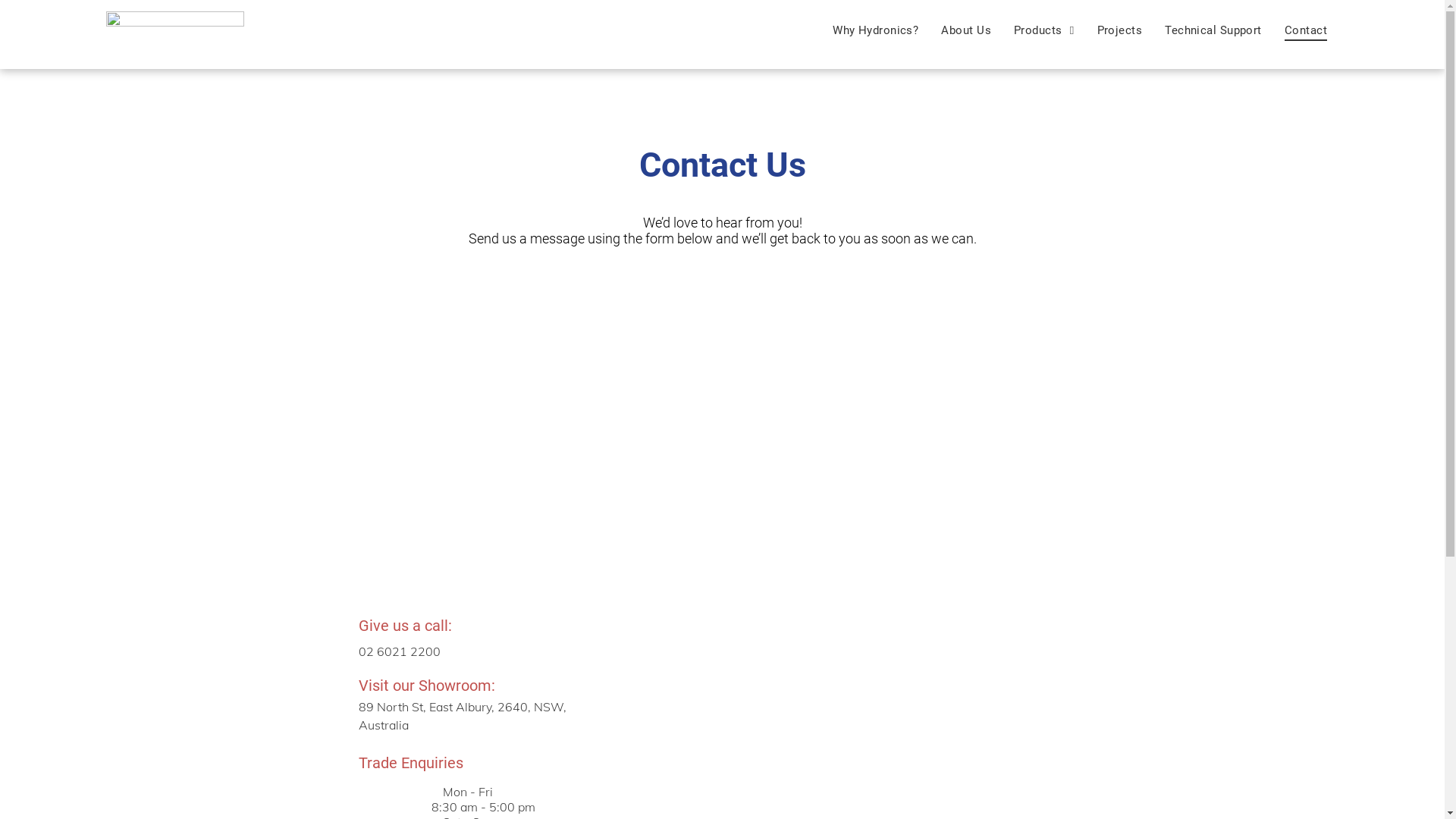  I want to click on 'Technical Support', so click(1212, 30).